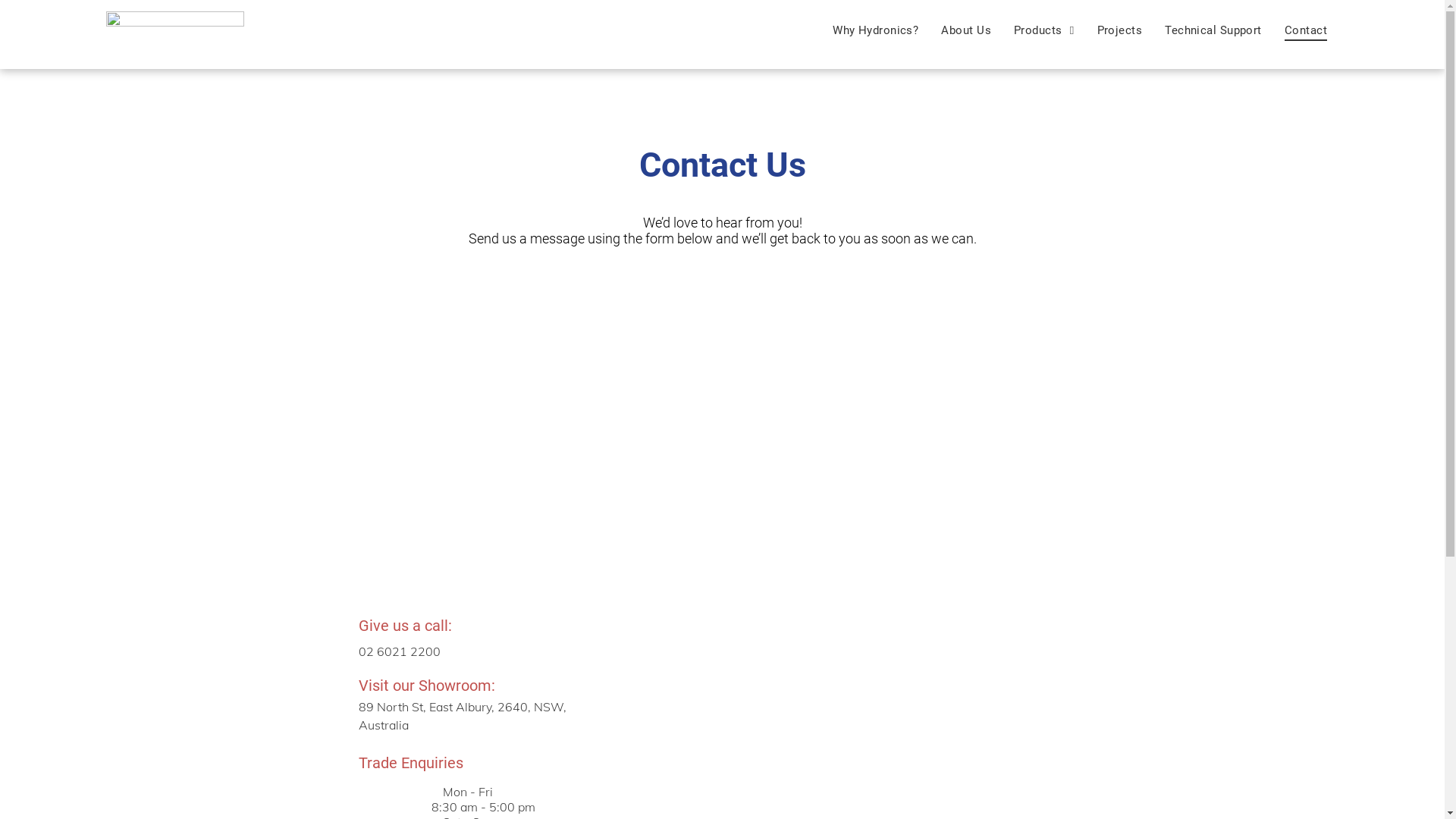  I want to click on 'Technical Support', so click(1212, 30).